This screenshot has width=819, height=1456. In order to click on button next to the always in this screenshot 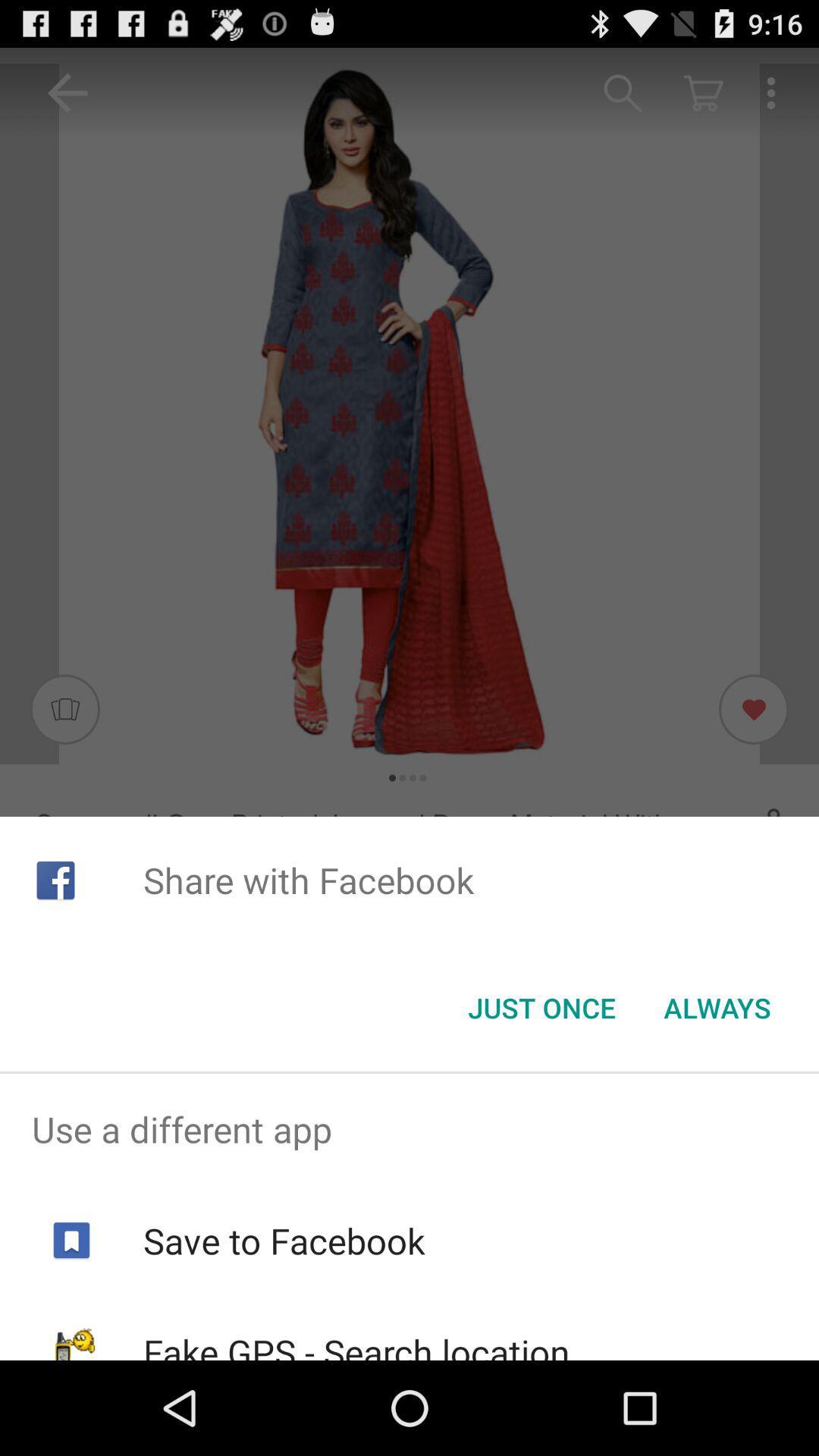, I will do `click(541, 1008)`.